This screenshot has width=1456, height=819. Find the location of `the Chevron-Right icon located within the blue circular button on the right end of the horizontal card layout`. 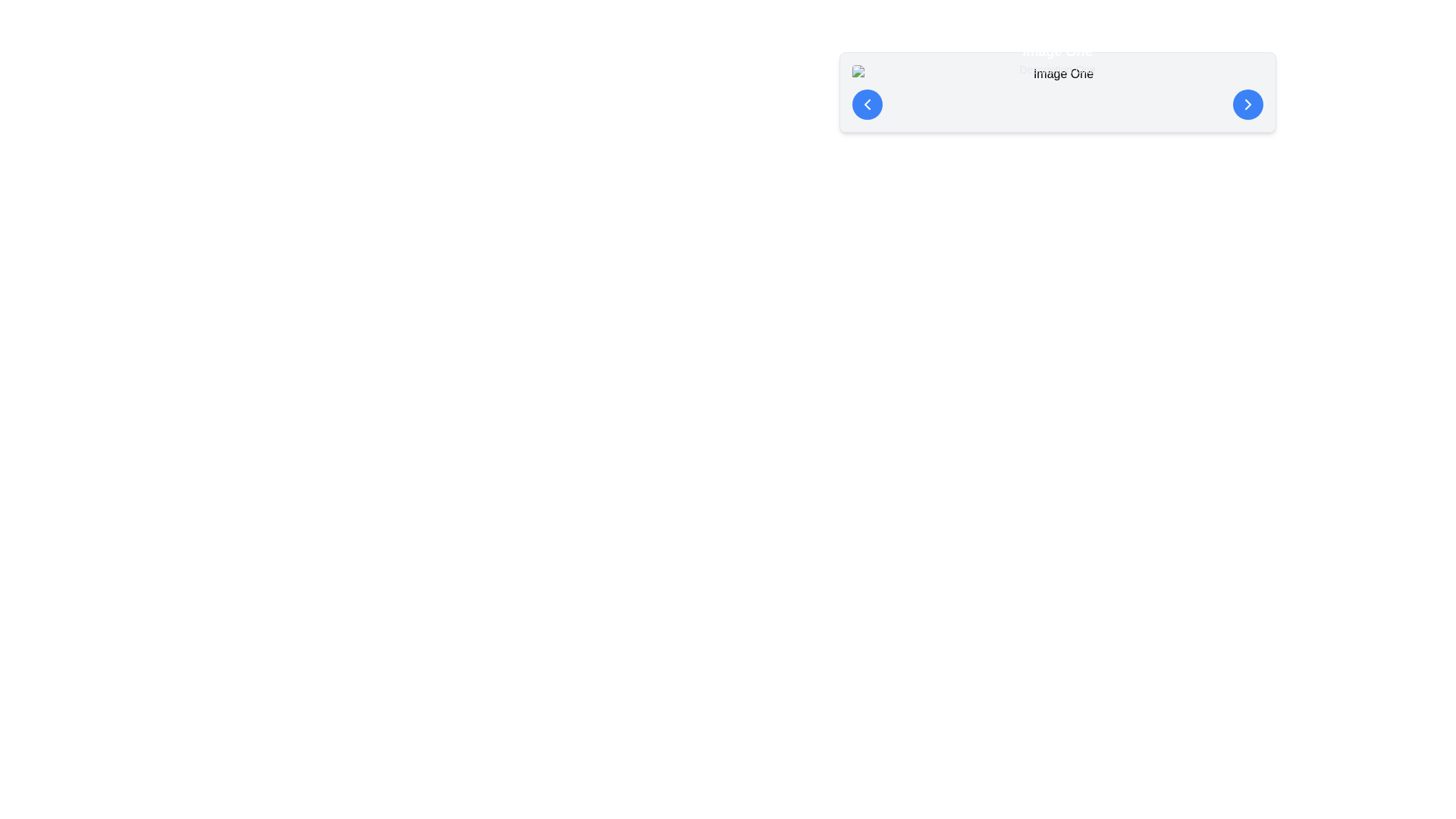

the Chevron-Right icon located within the blue circular button on the right end of the horizontal card layout is located at coordinates (1247, 104).